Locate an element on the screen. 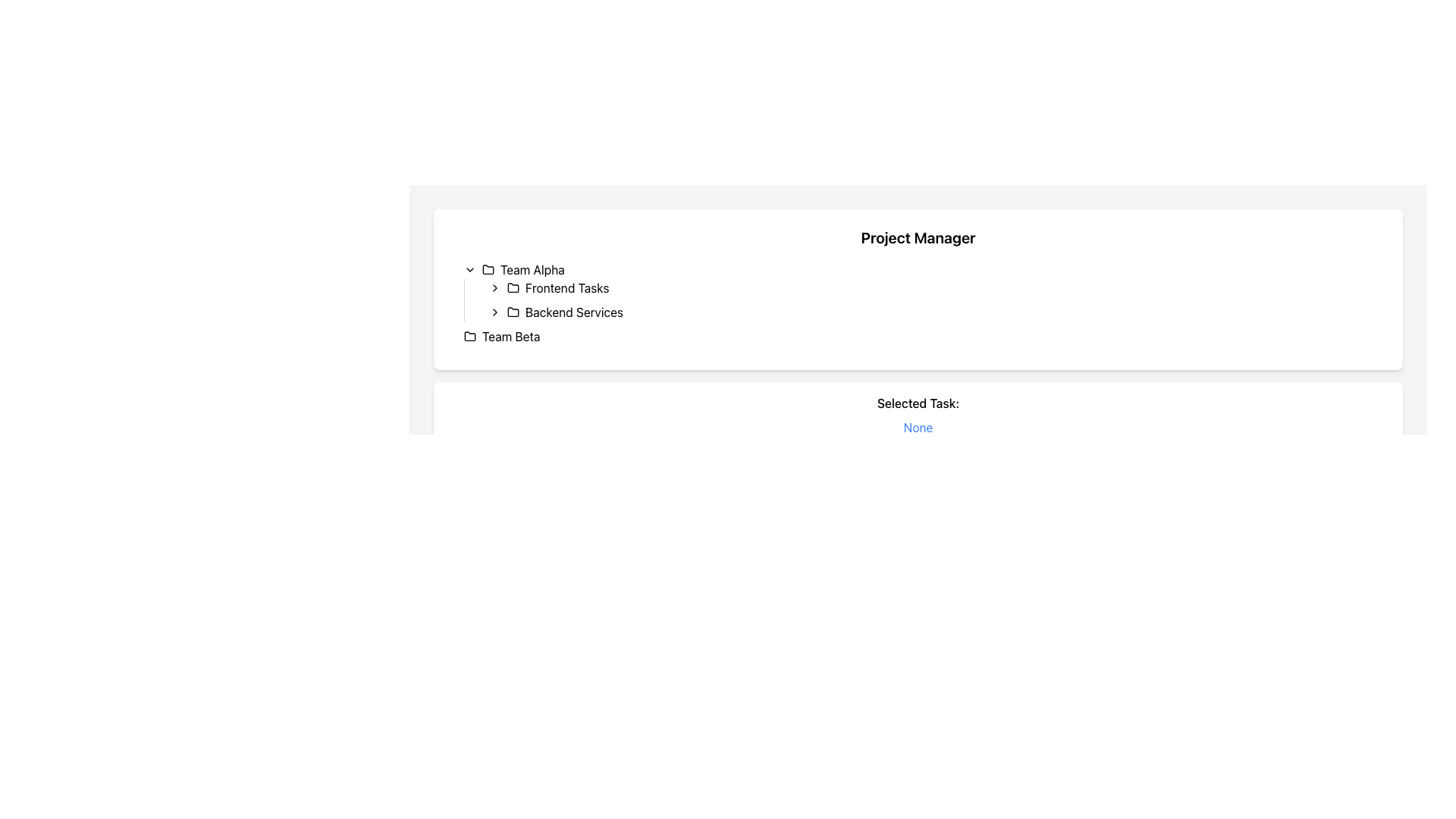 This screenshot has width=1456, height=819. the folder icon located to the left of the 'Team Beta' label, which is part of a navigable list or tree structure is located at coordinates (469, 335).